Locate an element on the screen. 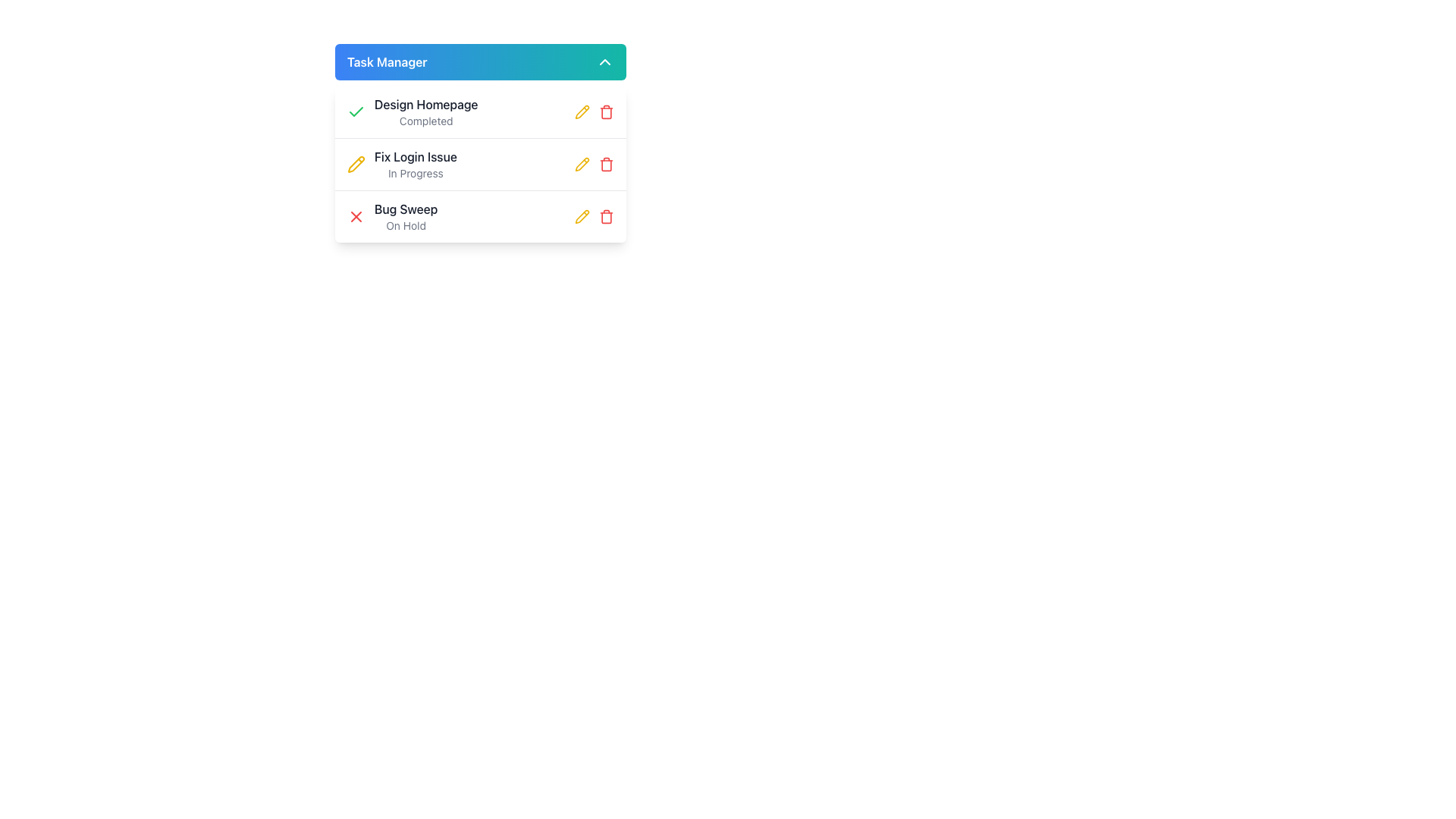  the trash bin icon, which is red and positioned to the right of the 'Fix Login Issue' task in the interactive icon group is located at coordinates (593, 164).